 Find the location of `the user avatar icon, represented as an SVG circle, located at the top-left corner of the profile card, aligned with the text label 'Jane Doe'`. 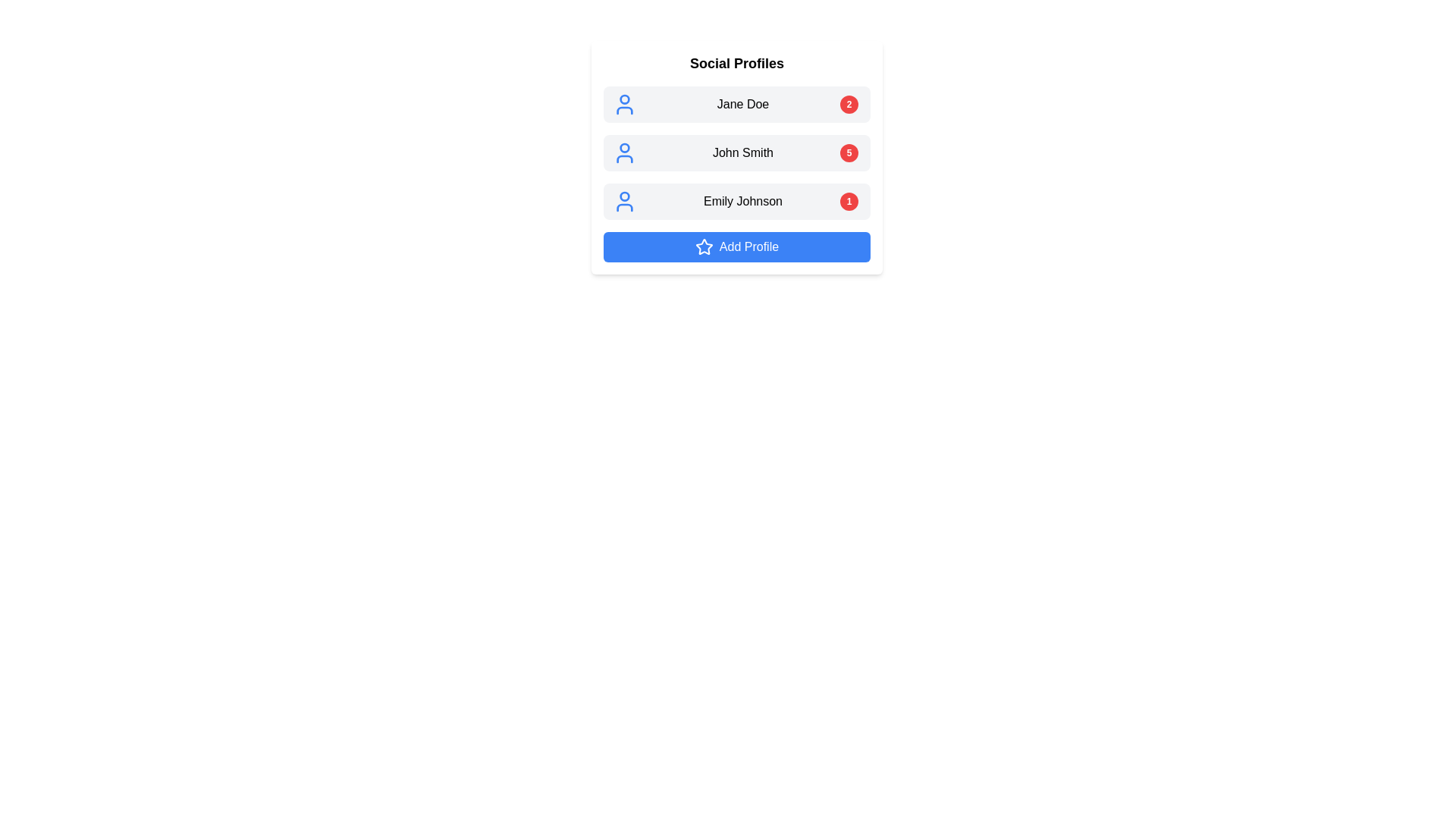

the user avatar icon, represented as an SVG circle, located at the top-left corner of the profile card, aligned with the text label 'Jane Doe' is located at coordinates (625, 99).